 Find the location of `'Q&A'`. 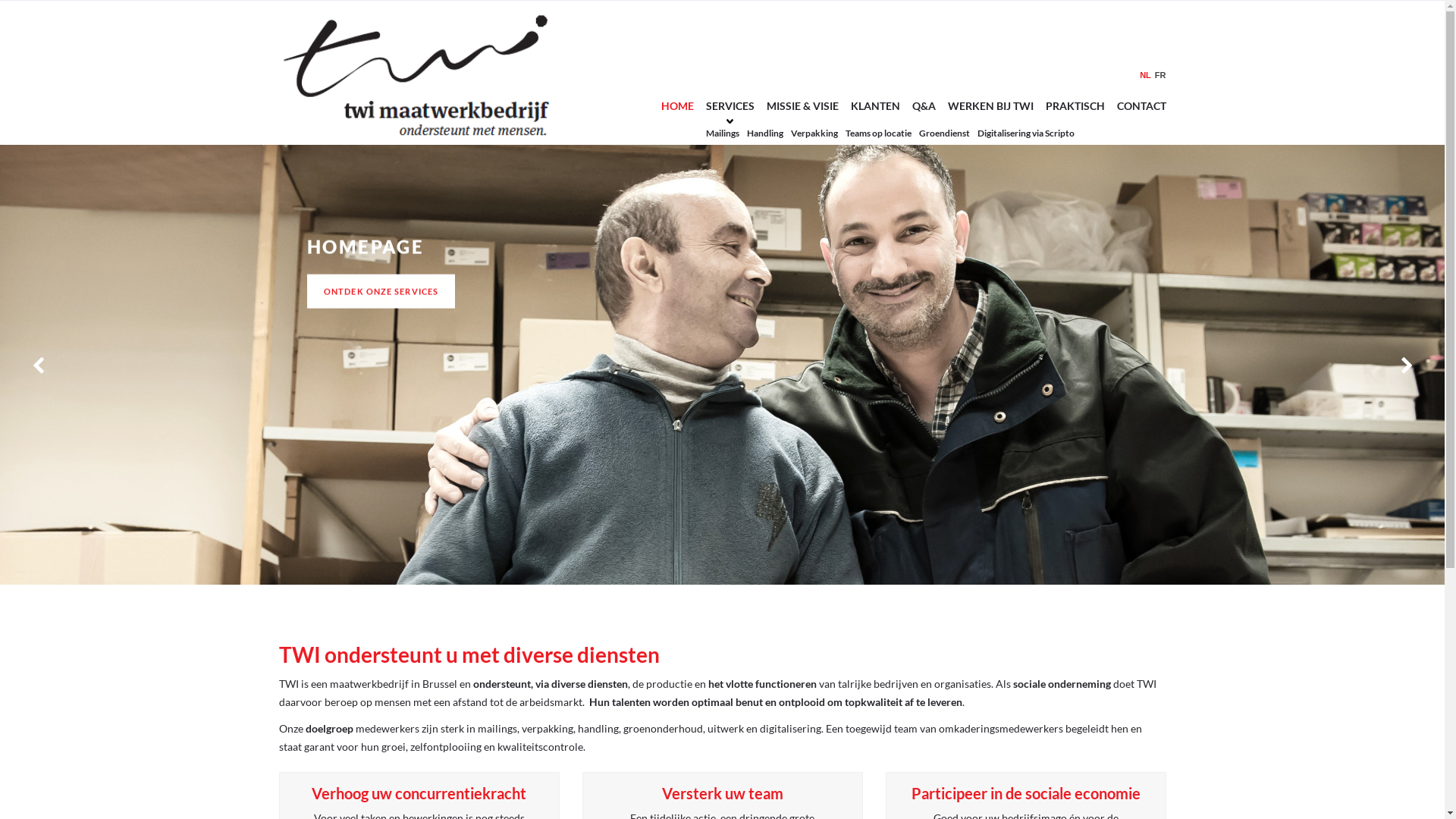

'Q&A' is located at coordinates (922, 105).